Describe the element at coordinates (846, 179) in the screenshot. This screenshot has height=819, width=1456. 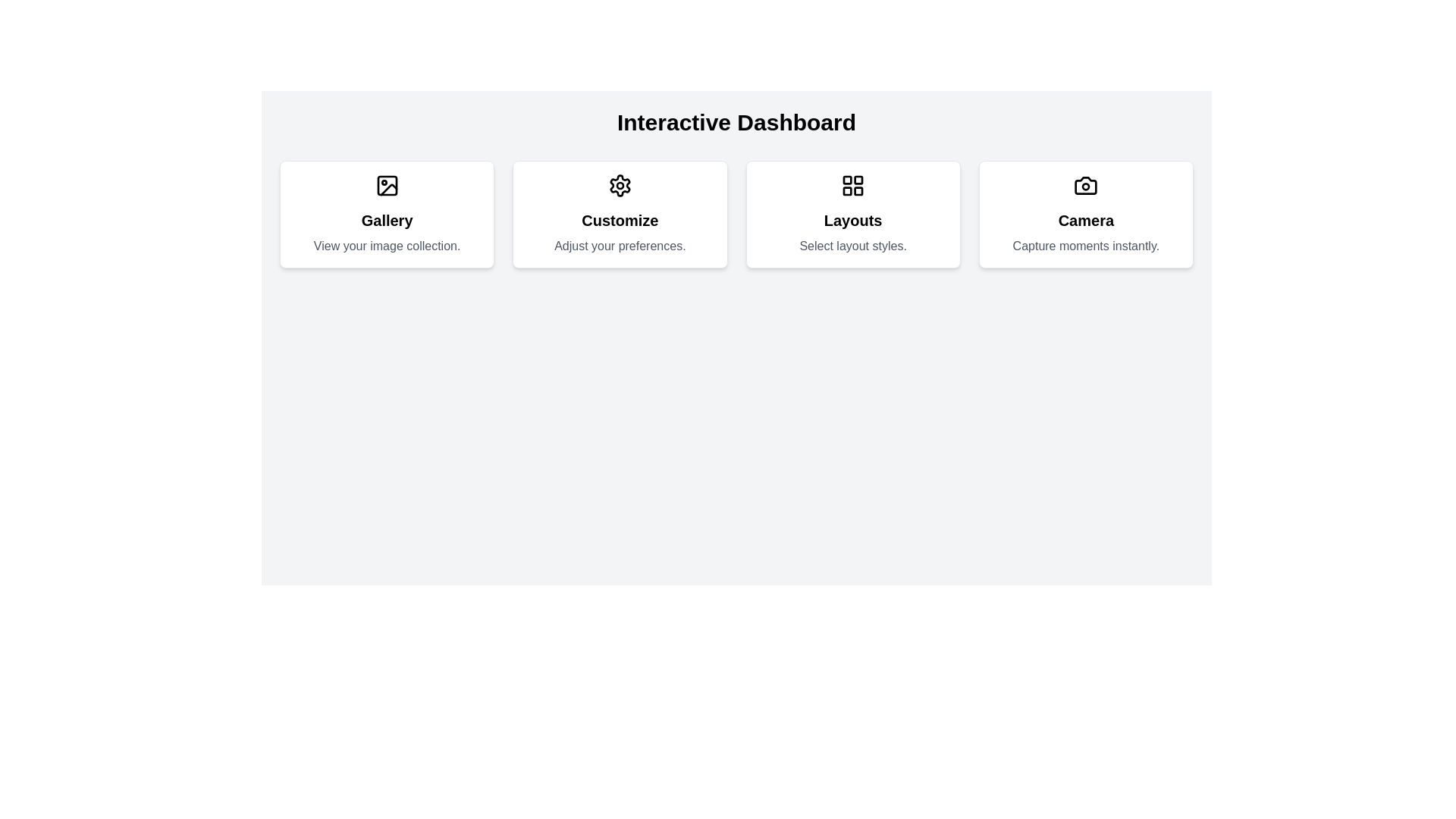
I see `the top-left rounded rectangle within the 'Layouts' button in the grid layout for layout customization` at that location.